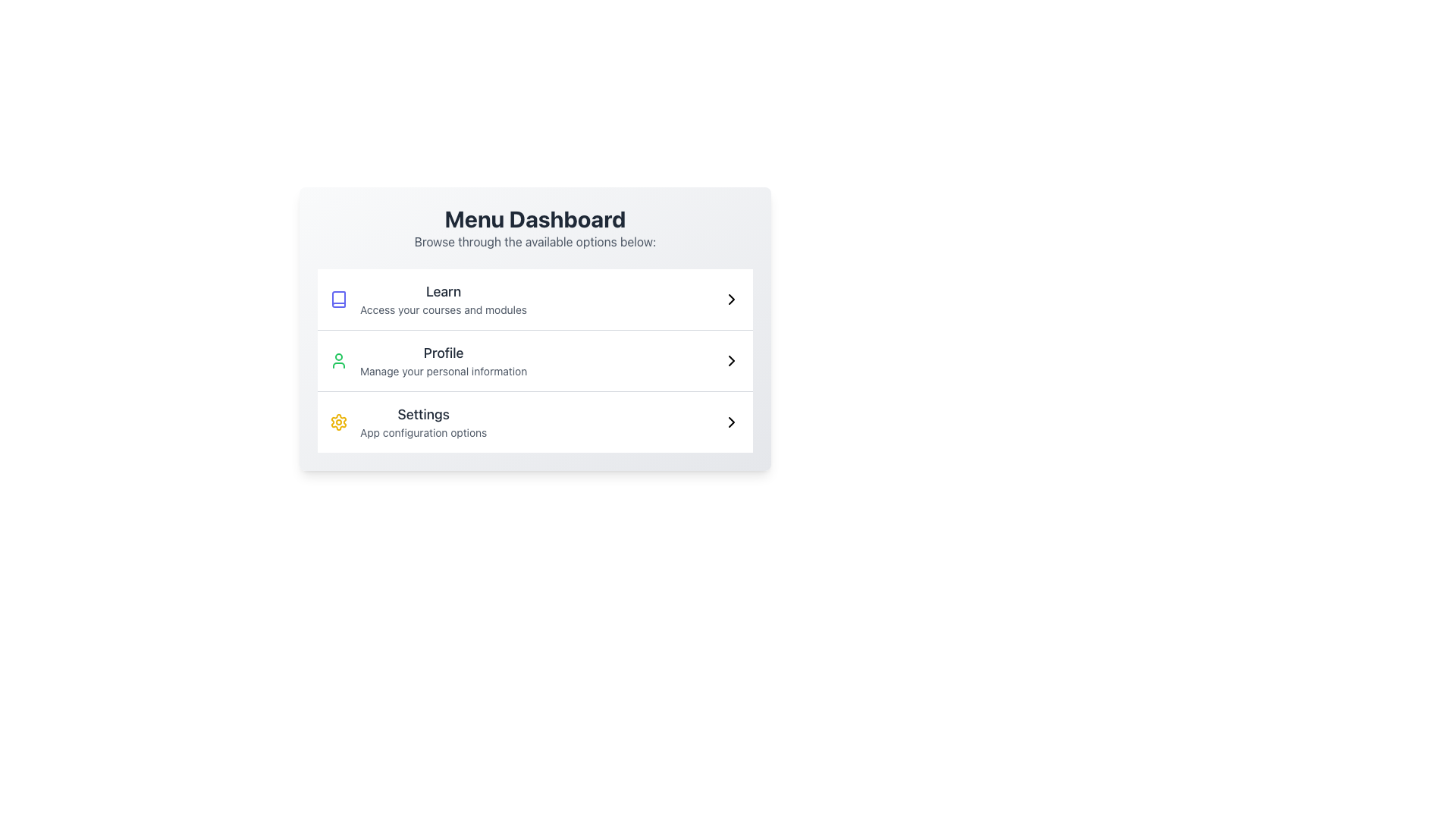 The image size is (1456, 819). I want to click on the chevron icon next to the 'Profile' text, which indicates that the 'Profile' section can be accessed or expanded, so click(731, 360).